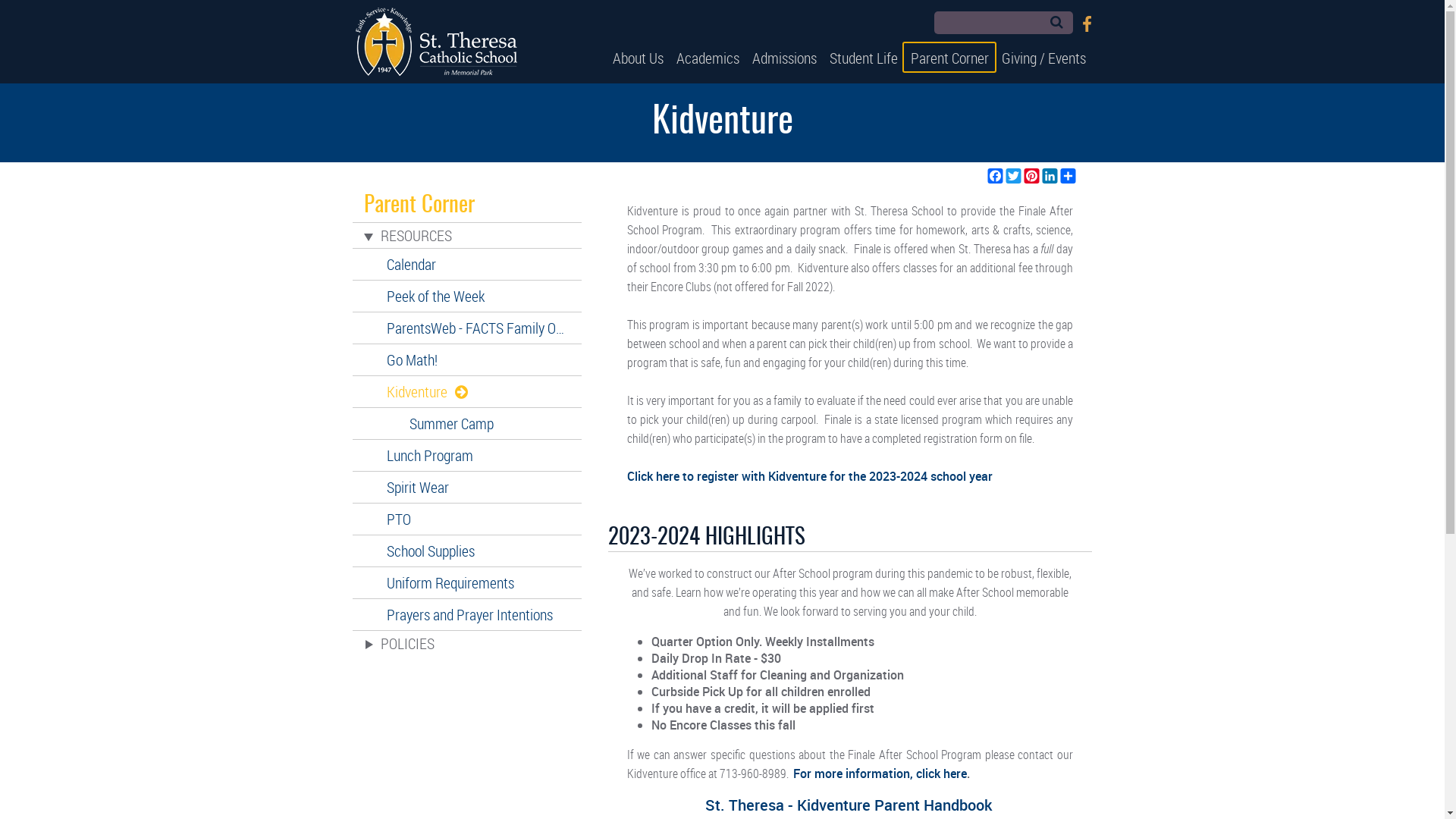  What do you see at coordinates (1031, 174) in the screenshot?
I see `'Pinterest'` at bounding box center [1031, 174].